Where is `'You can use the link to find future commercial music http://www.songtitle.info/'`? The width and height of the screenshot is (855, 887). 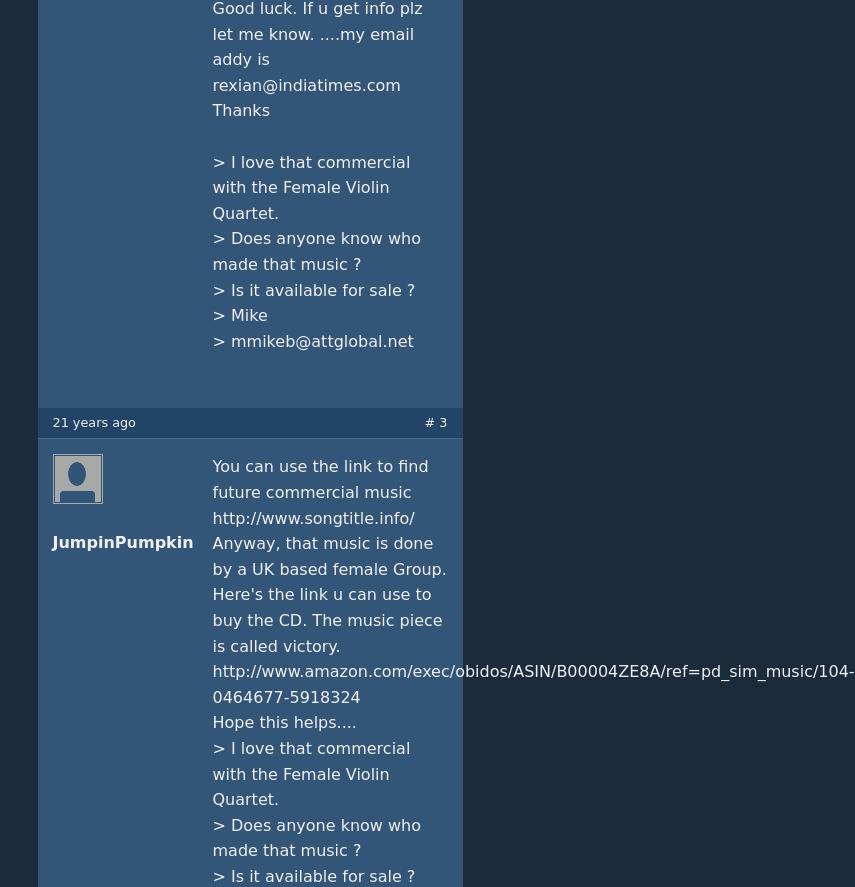 'You can use the link to find future commercial music http://www.songtitle.info/' is located at coordinates (319, 491).